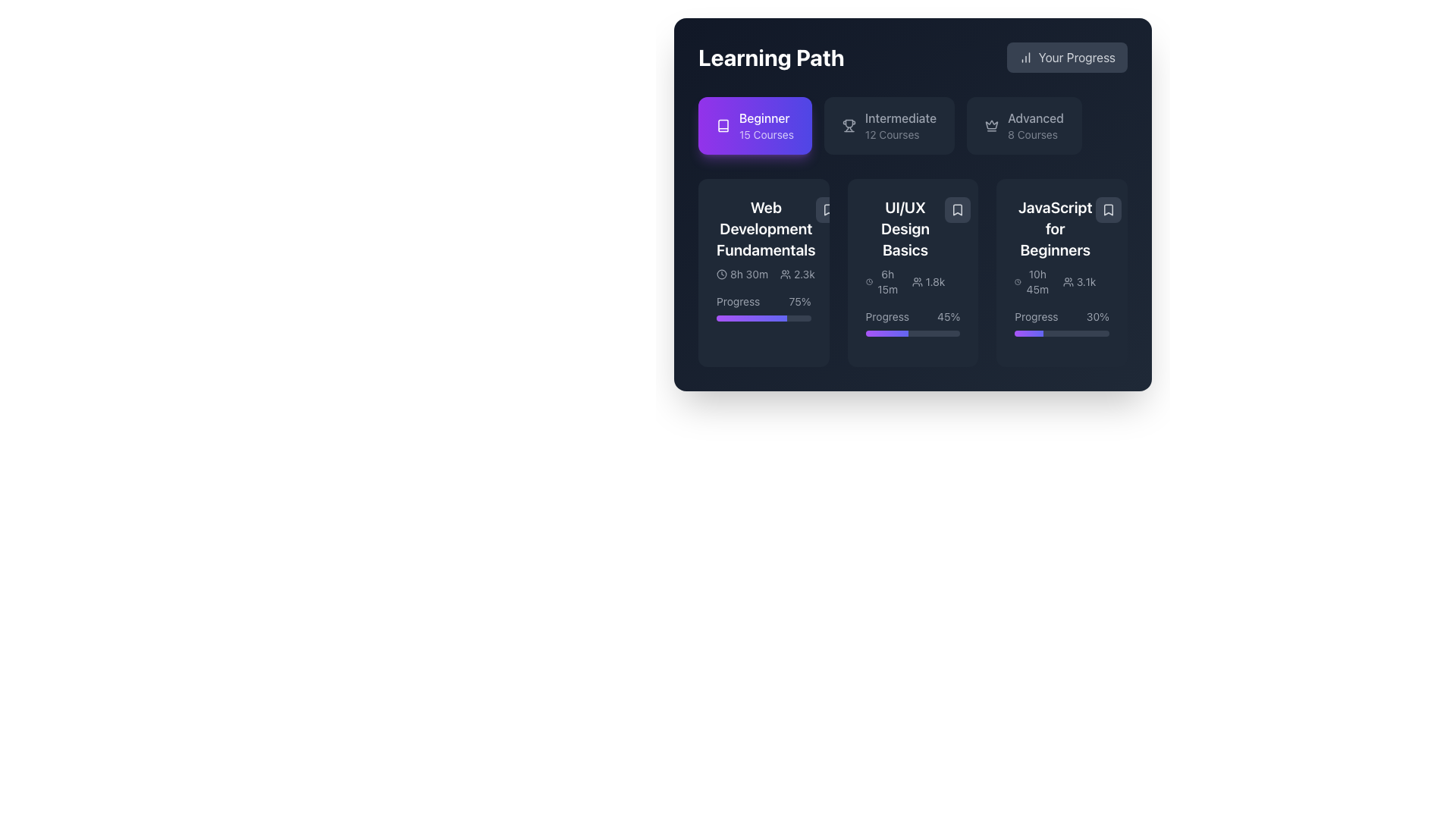 This screenshot has height=819, width=1456. I want to click on the progress icon located in the top-right corner of the interface, adjacent to the 'Your Progress' label, so click(1025, 57).